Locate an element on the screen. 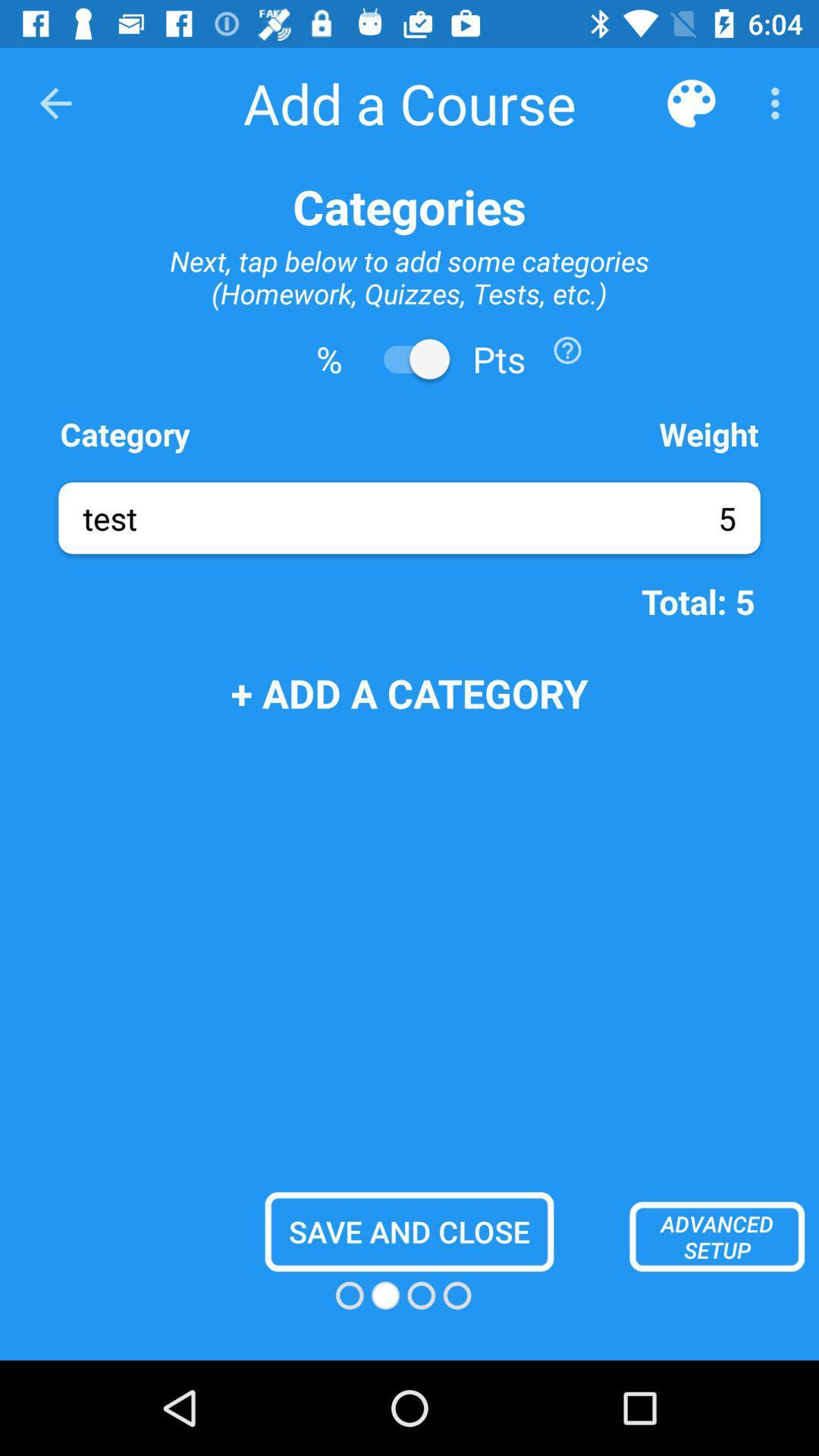 Image resolution: width=819 pixels, height=1456 pixels. item next to the save and close icon is located at coordinates (717, 1236).